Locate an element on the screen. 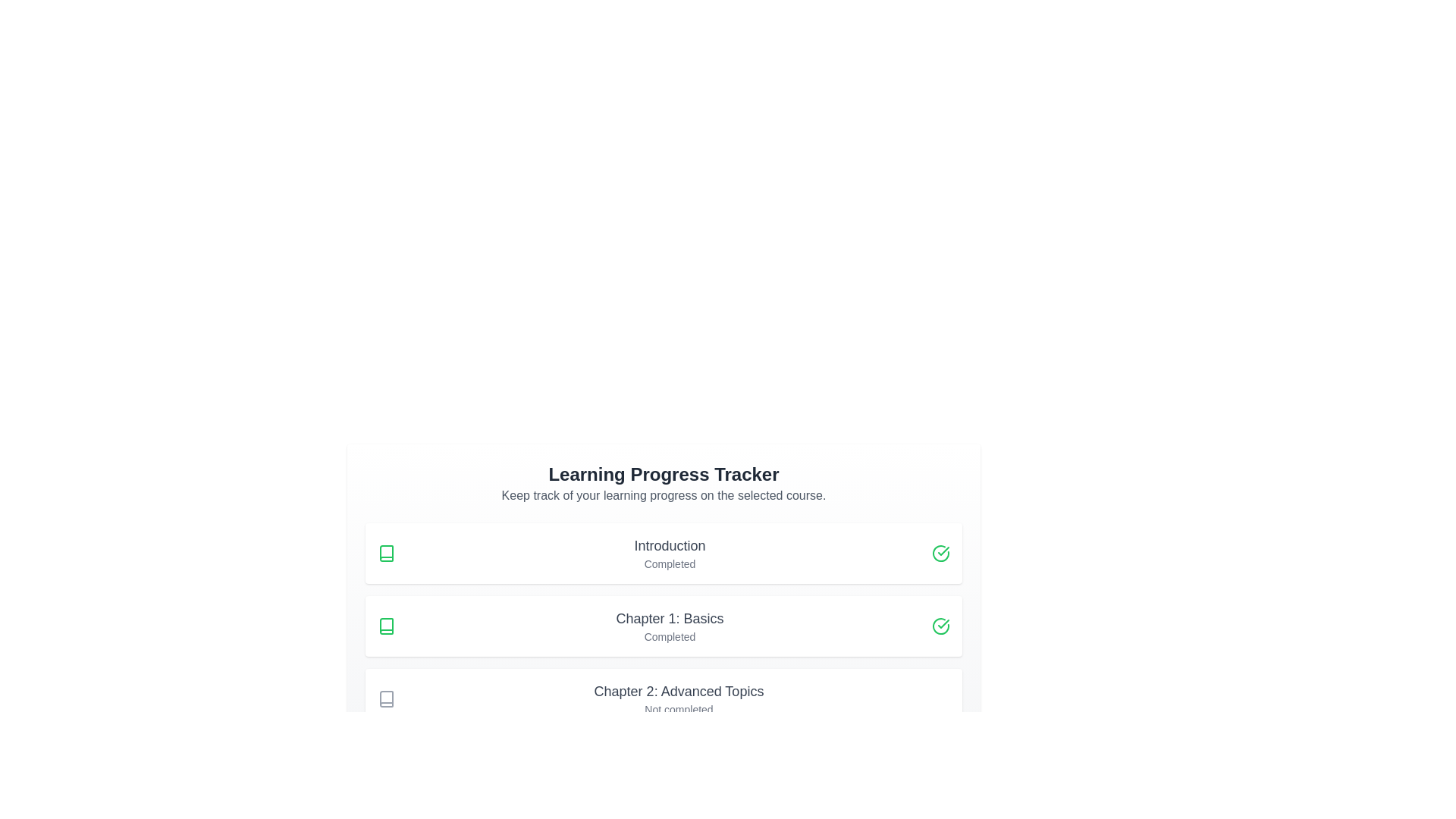  the 'Introduction' card is located at coordinates (664, 569).